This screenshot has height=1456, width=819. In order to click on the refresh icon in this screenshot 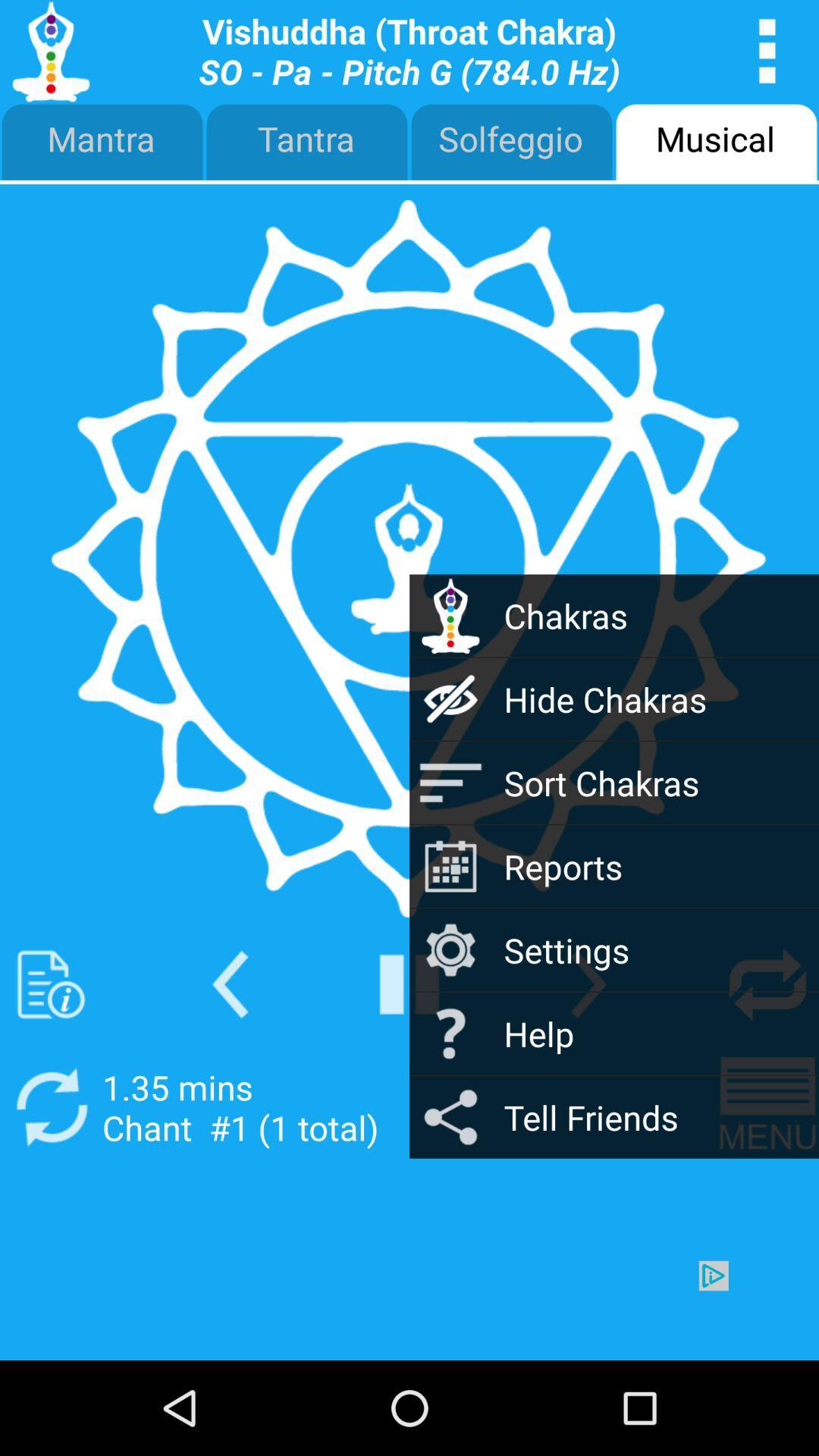, I will do `click(50, 1184)`.